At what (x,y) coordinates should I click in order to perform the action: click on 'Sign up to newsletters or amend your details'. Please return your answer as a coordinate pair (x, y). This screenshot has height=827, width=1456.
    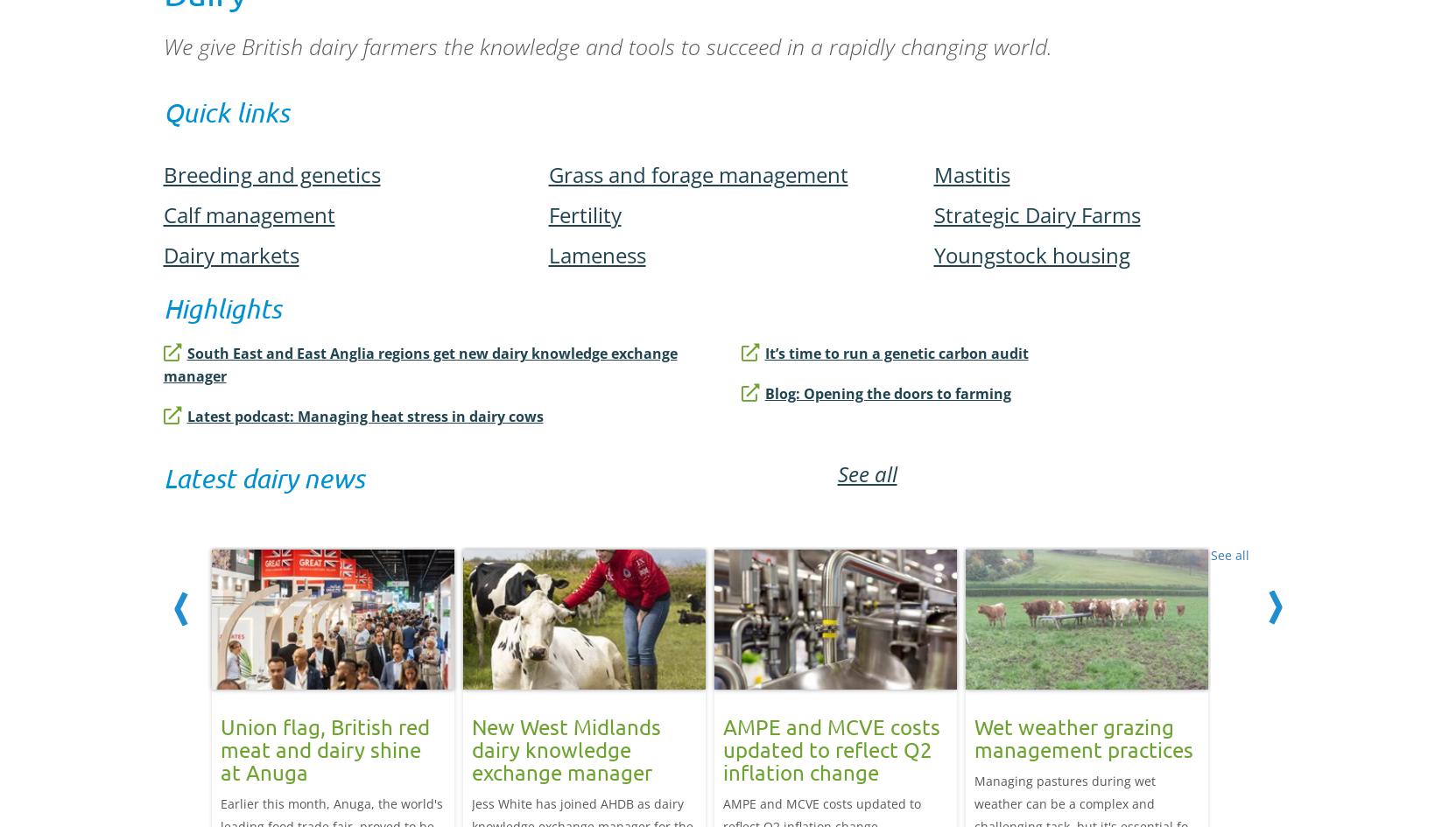
    Looking at the image, I should click on (727, 147).